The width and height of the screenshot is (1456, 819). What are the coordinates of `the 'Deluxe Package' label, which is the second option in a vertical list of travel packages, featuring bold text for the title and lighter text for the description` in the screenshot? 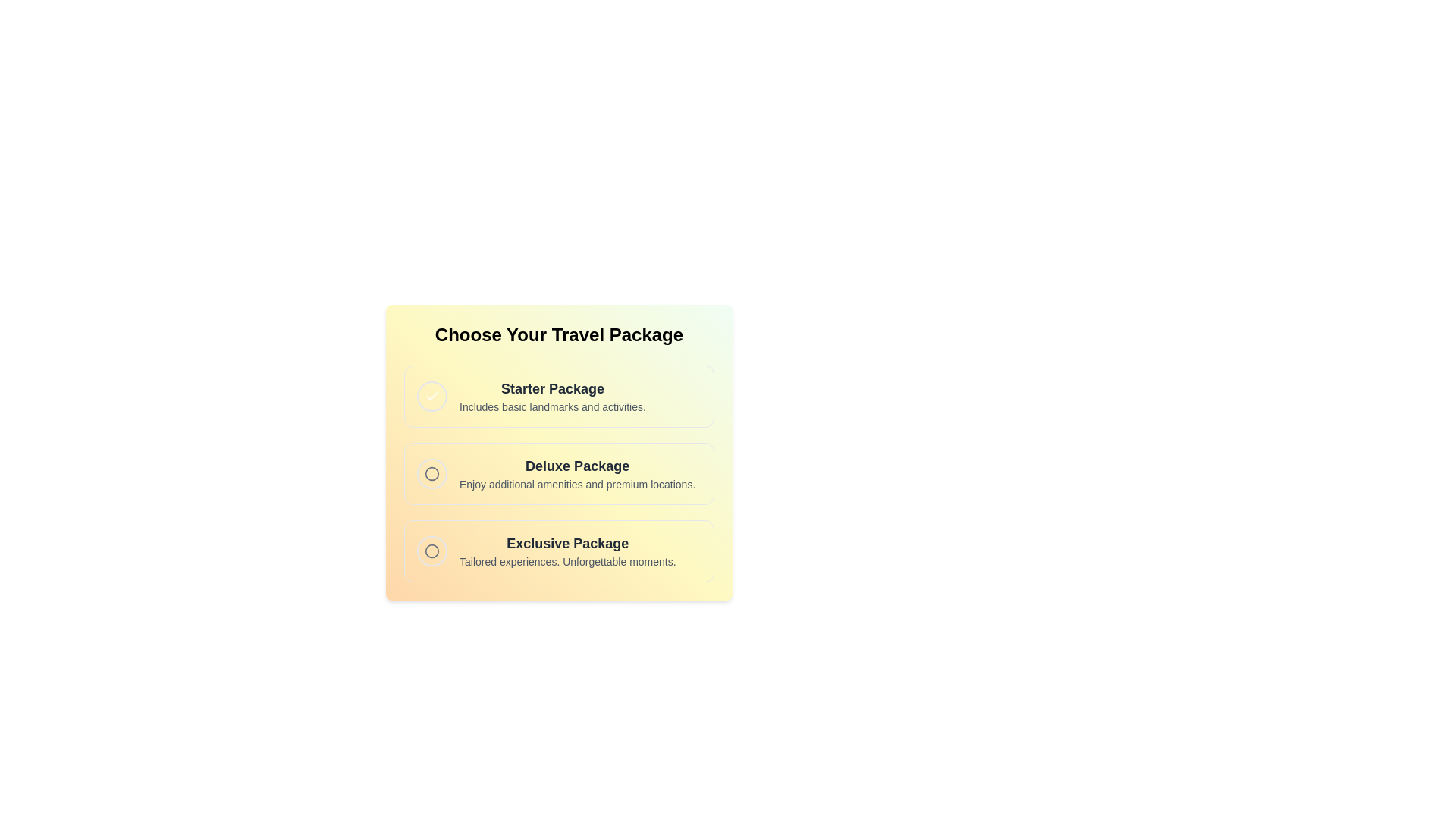 It's located at (576, 472).